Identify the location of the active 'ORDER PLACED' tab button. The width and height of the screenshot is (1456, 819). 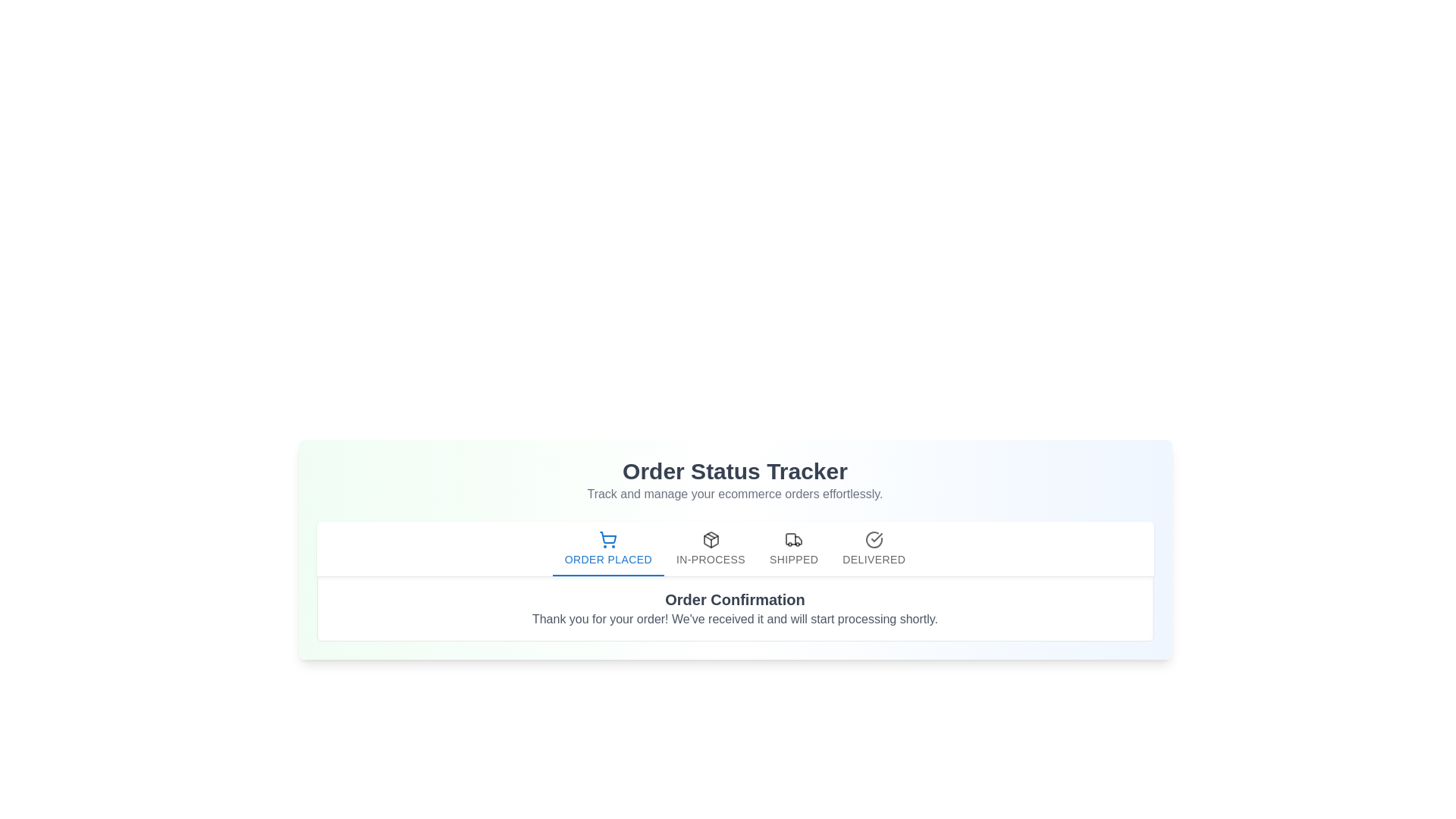
(607, 549).